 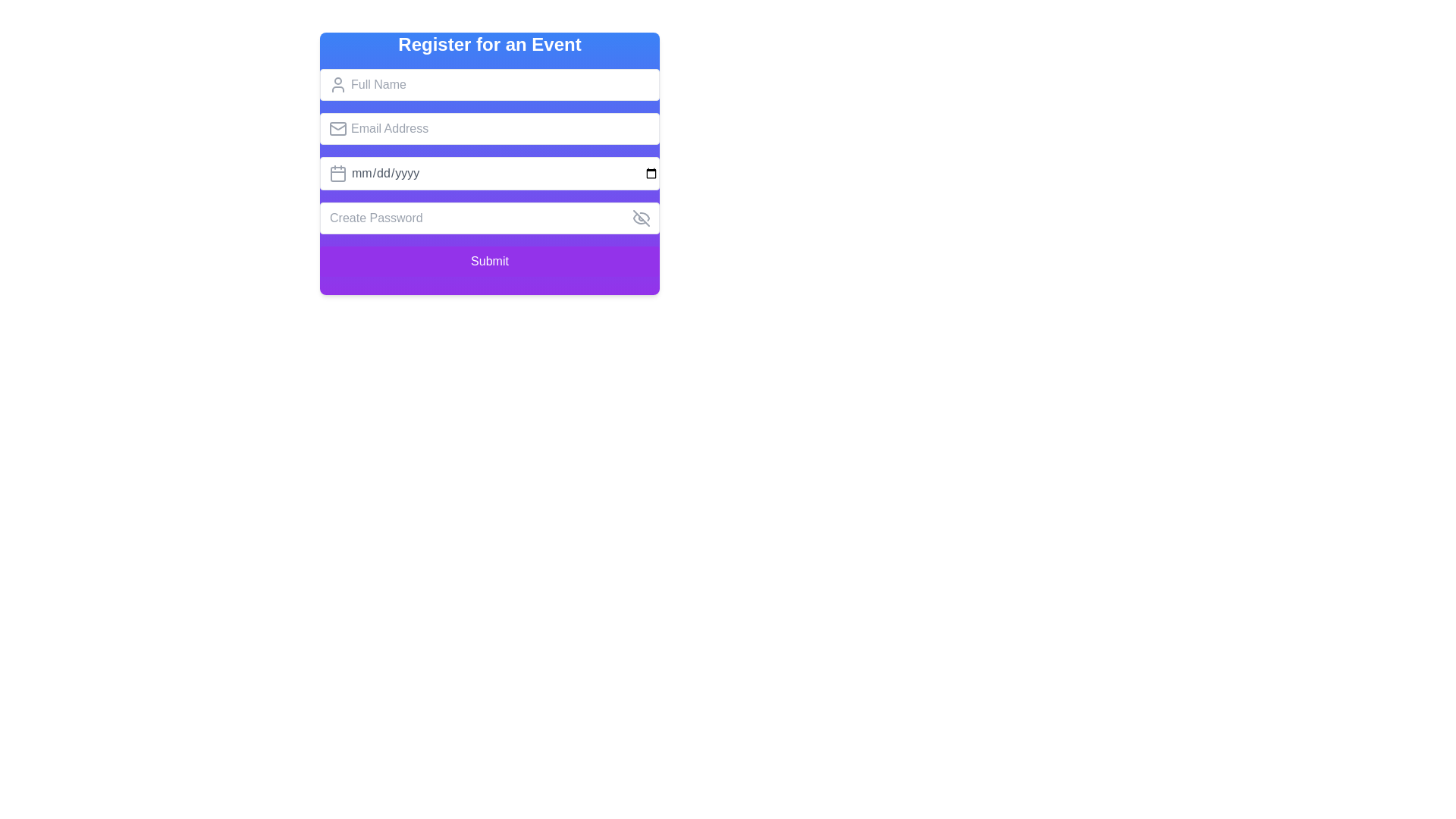 I want to click on the date input field located in the middle of the form, under the 'Email Address' field and above the 'Create Password' field, to type a date, so click(x=490, y=172).